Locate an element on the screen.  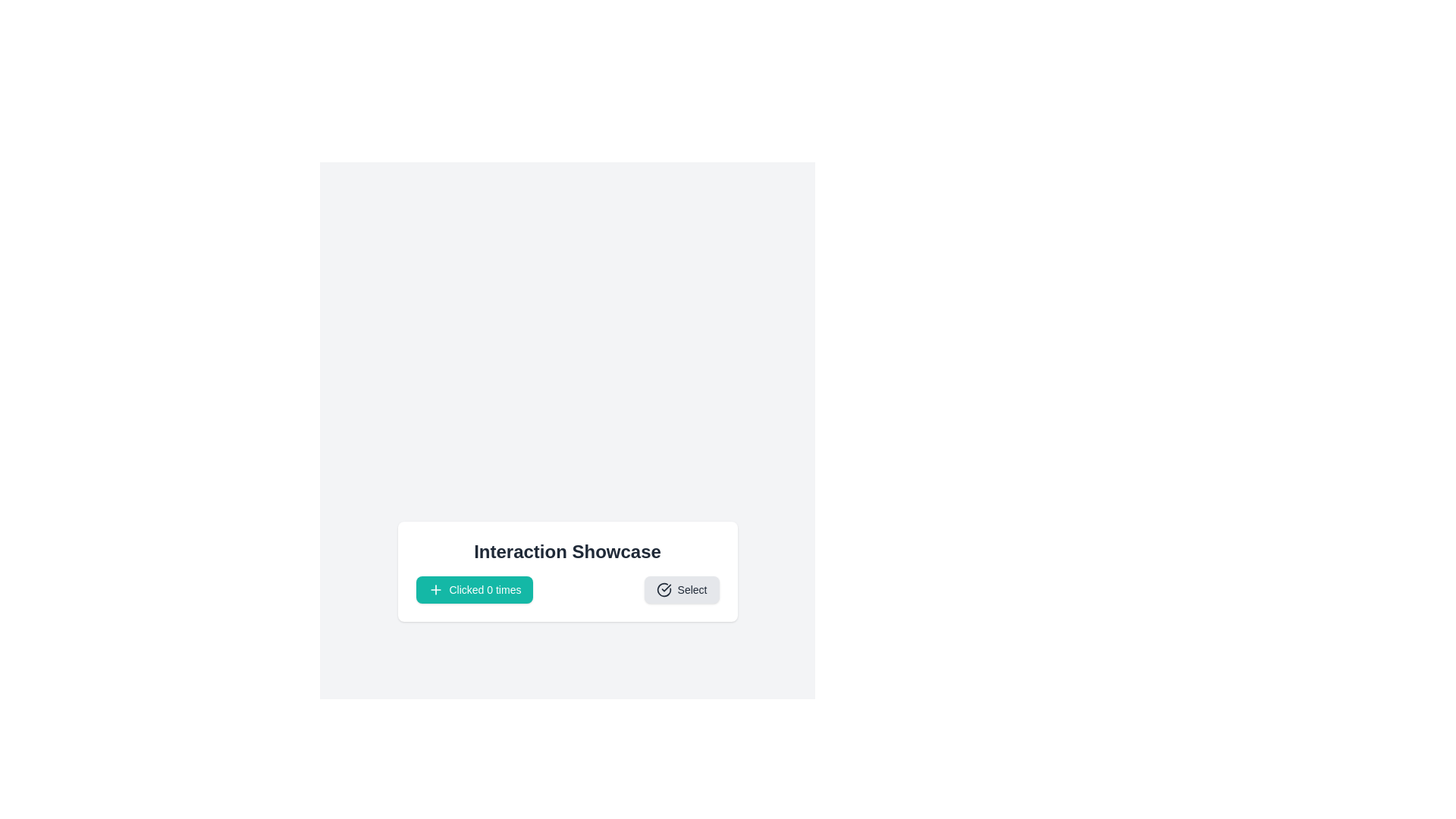
the prominent, horizontally elongated button labeled 'Select' with a light gray background and a checked circle icon is located at coordinates (680, 589).